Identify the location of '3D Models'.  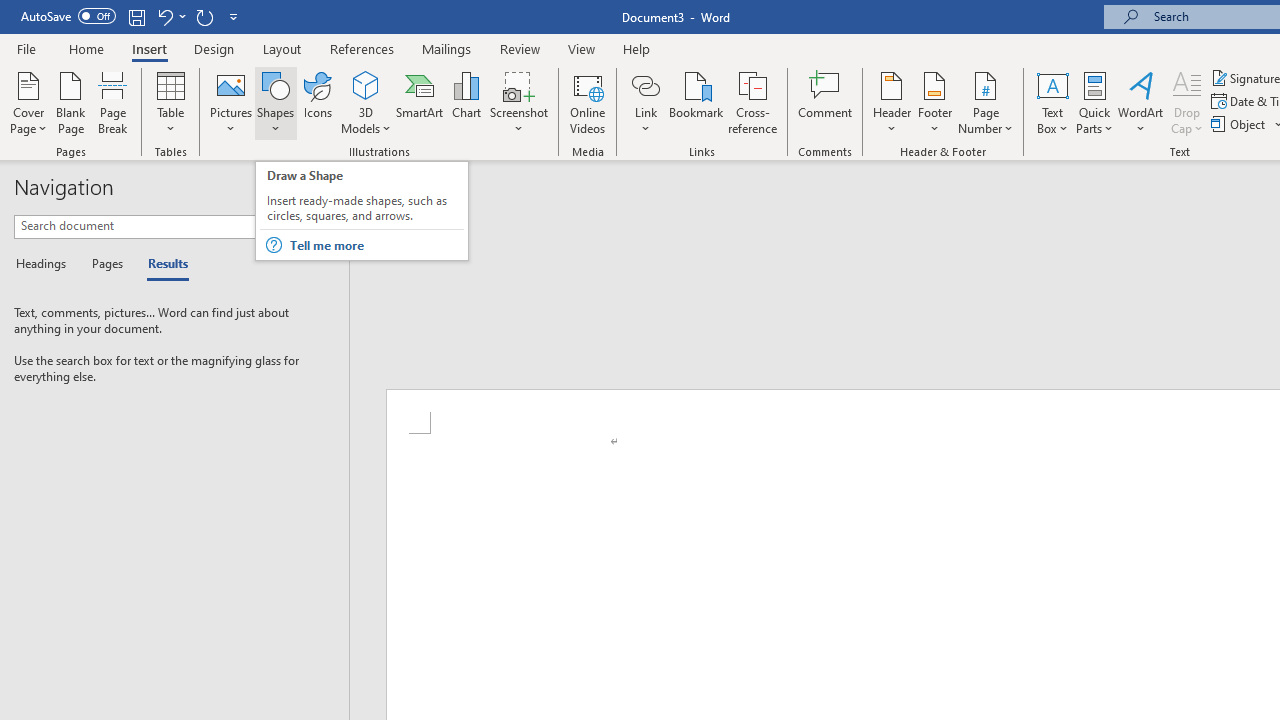
(366, 84).